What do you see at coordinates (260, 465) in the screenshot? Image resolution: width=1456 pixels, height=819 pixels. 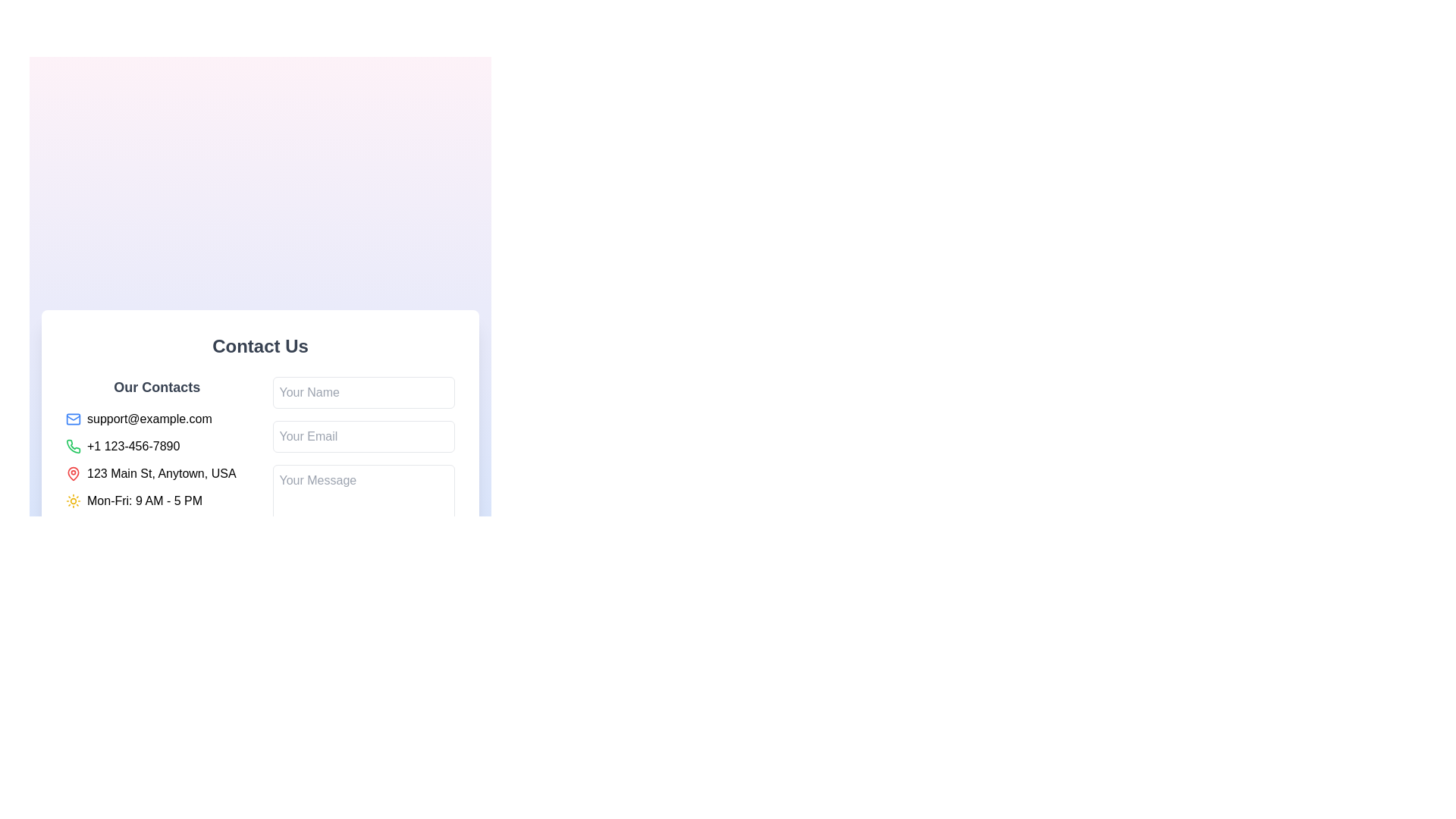 I see `the input fields within the 'Contact Us' form to type information, specifically targeting the input fields for 'Your Name', 'Your Email', and 'Your Message'` at bounding box center [260, 465].